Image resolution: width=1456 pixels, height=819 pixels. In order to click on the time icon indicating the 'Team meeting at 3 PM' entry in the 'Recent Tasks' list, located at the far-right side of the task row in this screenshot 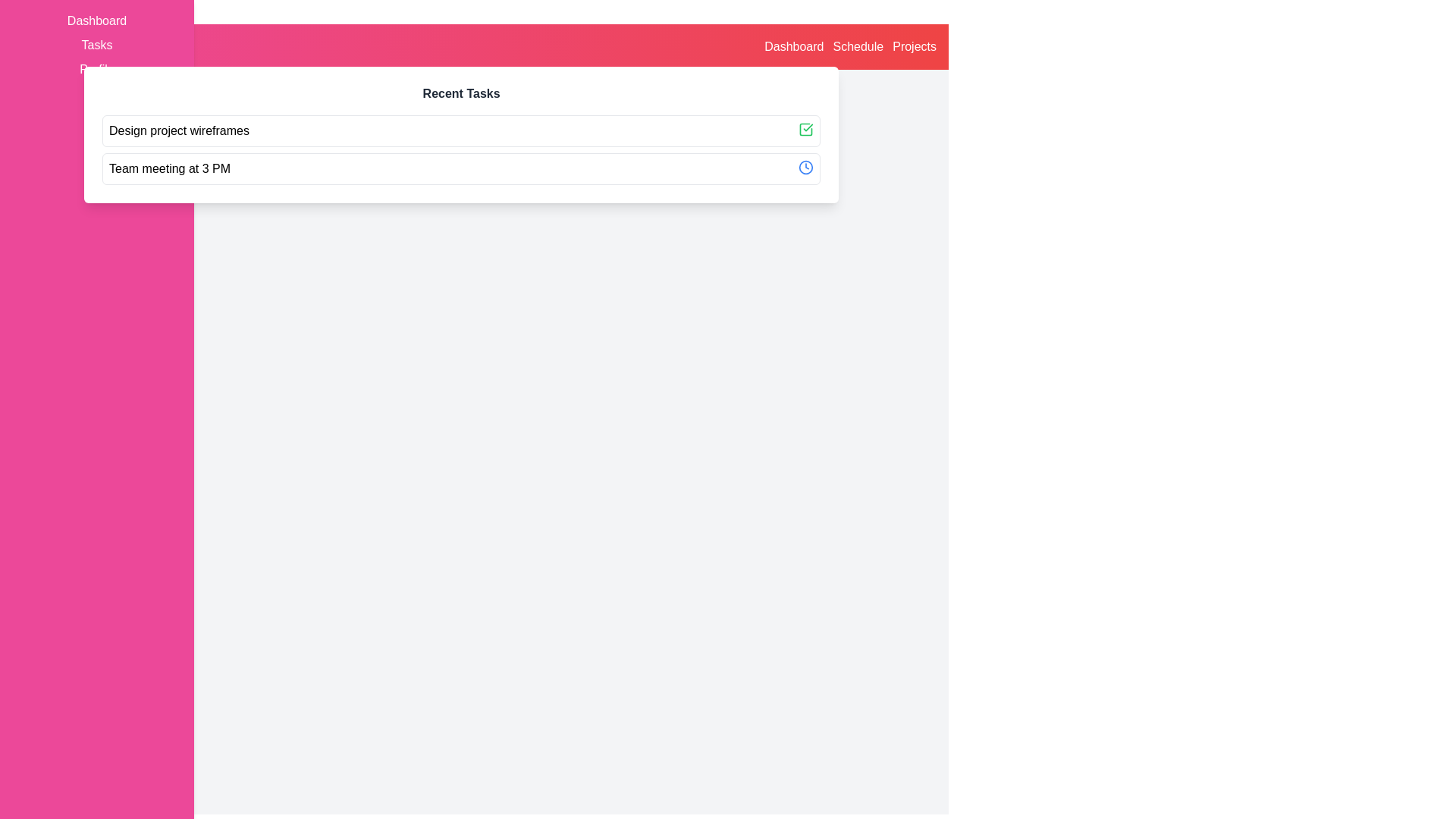, I will do `click(805, 167)`.